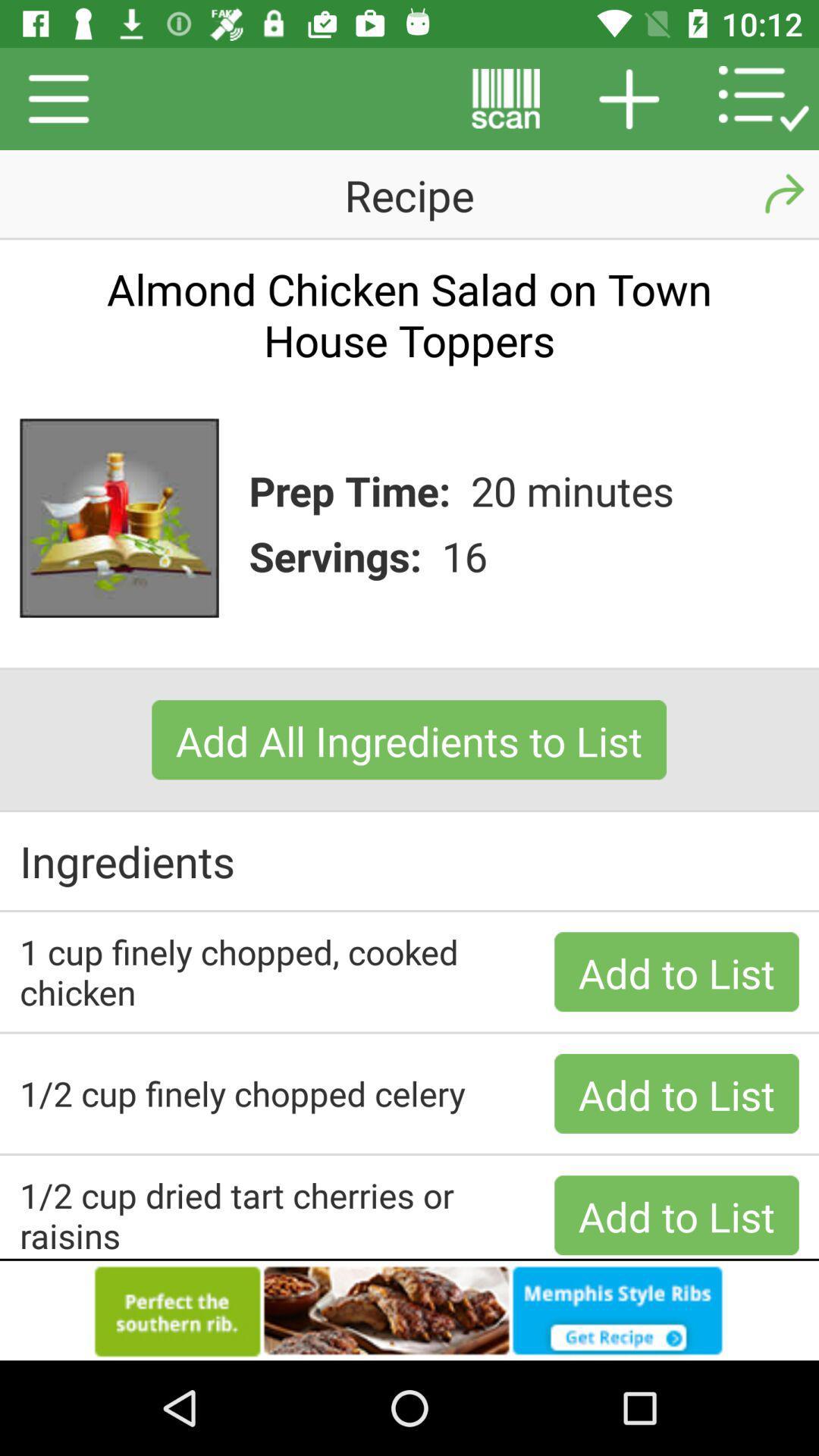  What do you see at coordinates (506, 98) in the screenshot?
I see `the button beside  on left` at bounding box center [506, 98].